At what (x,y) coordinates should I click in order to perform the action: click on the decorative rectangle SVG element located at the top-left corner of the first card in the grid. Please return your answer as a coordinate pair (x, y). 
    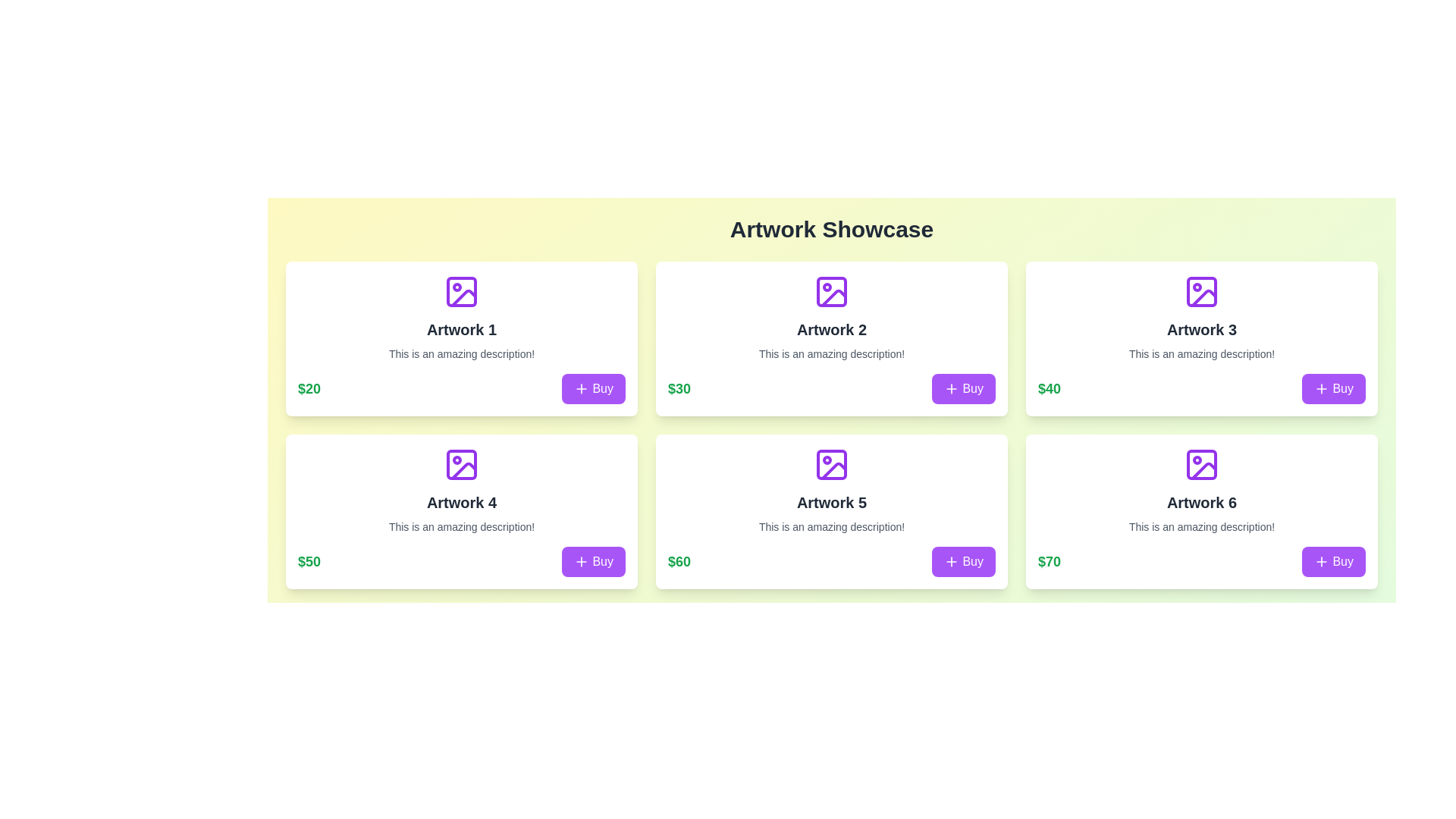
    Looking at the image, I should click on (461, 292).